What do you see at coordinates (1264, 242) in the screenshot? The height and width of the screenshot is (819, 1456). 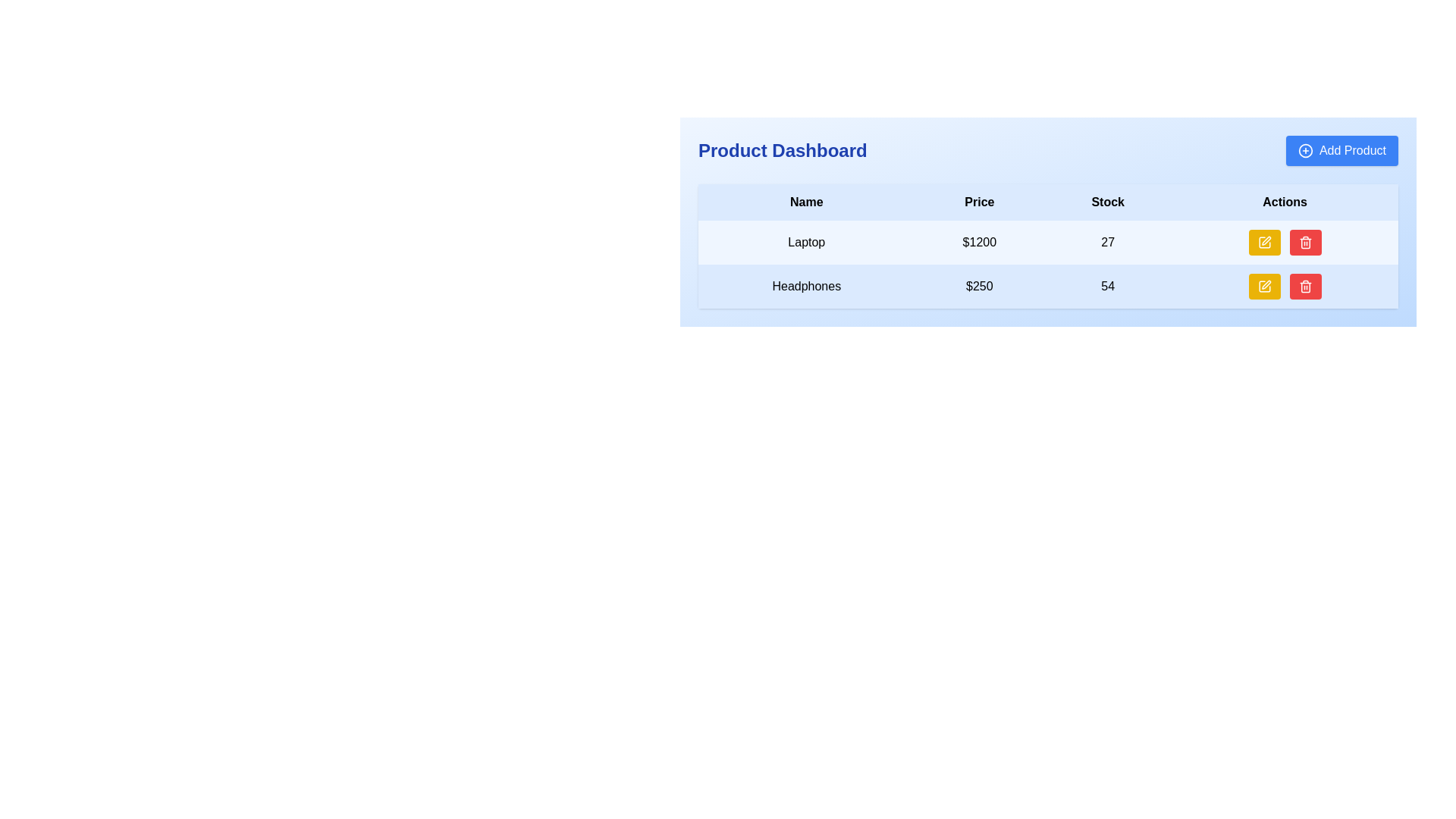 I see `the interactive edit icon located in the 'Actions' column of the first row in the table associated with the 'Laptop' product` at bounding box center [1264, 242].